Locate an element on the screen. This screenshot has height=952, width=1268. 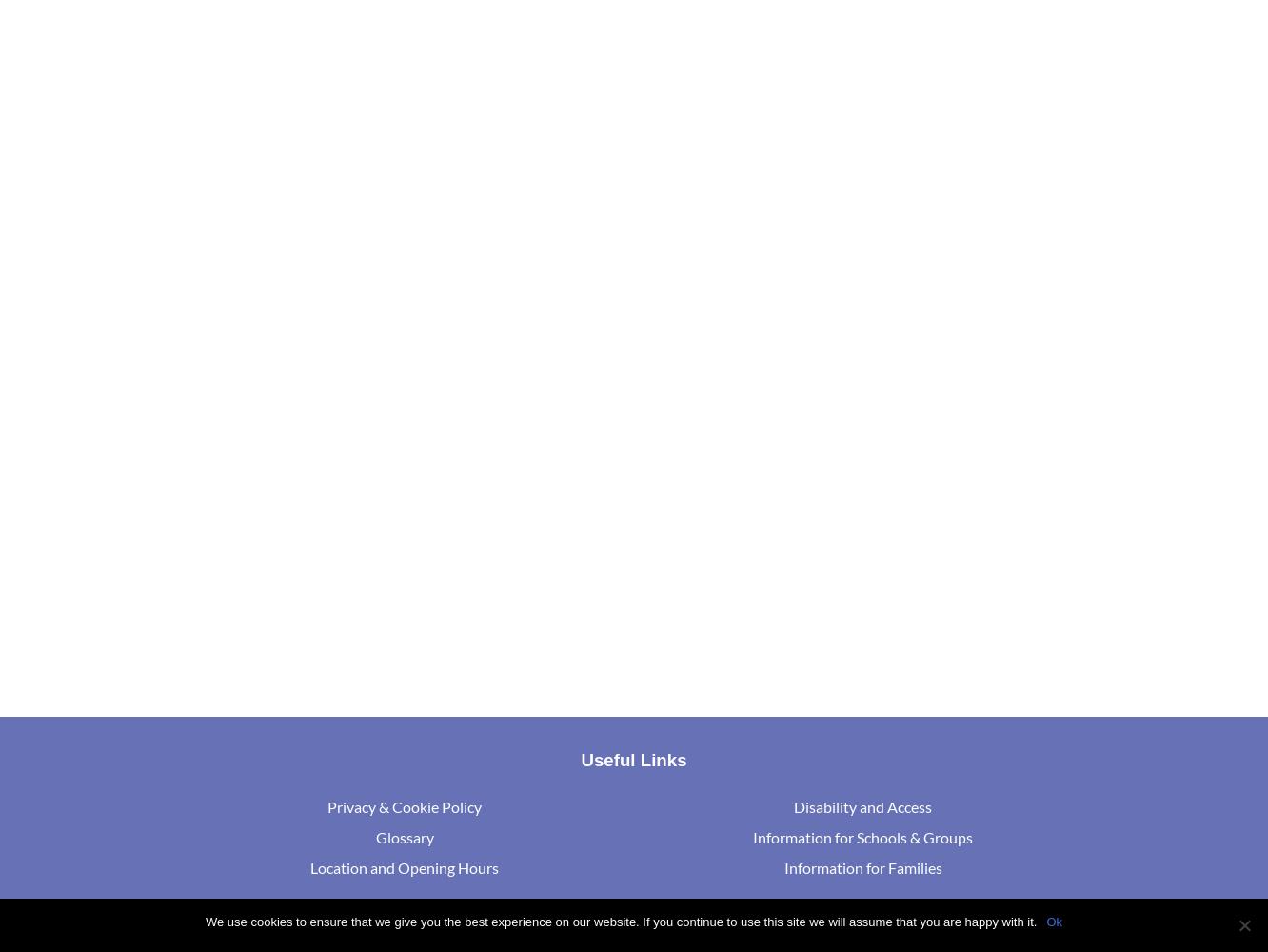
'Glossary' is located at coordinates (374, 837).